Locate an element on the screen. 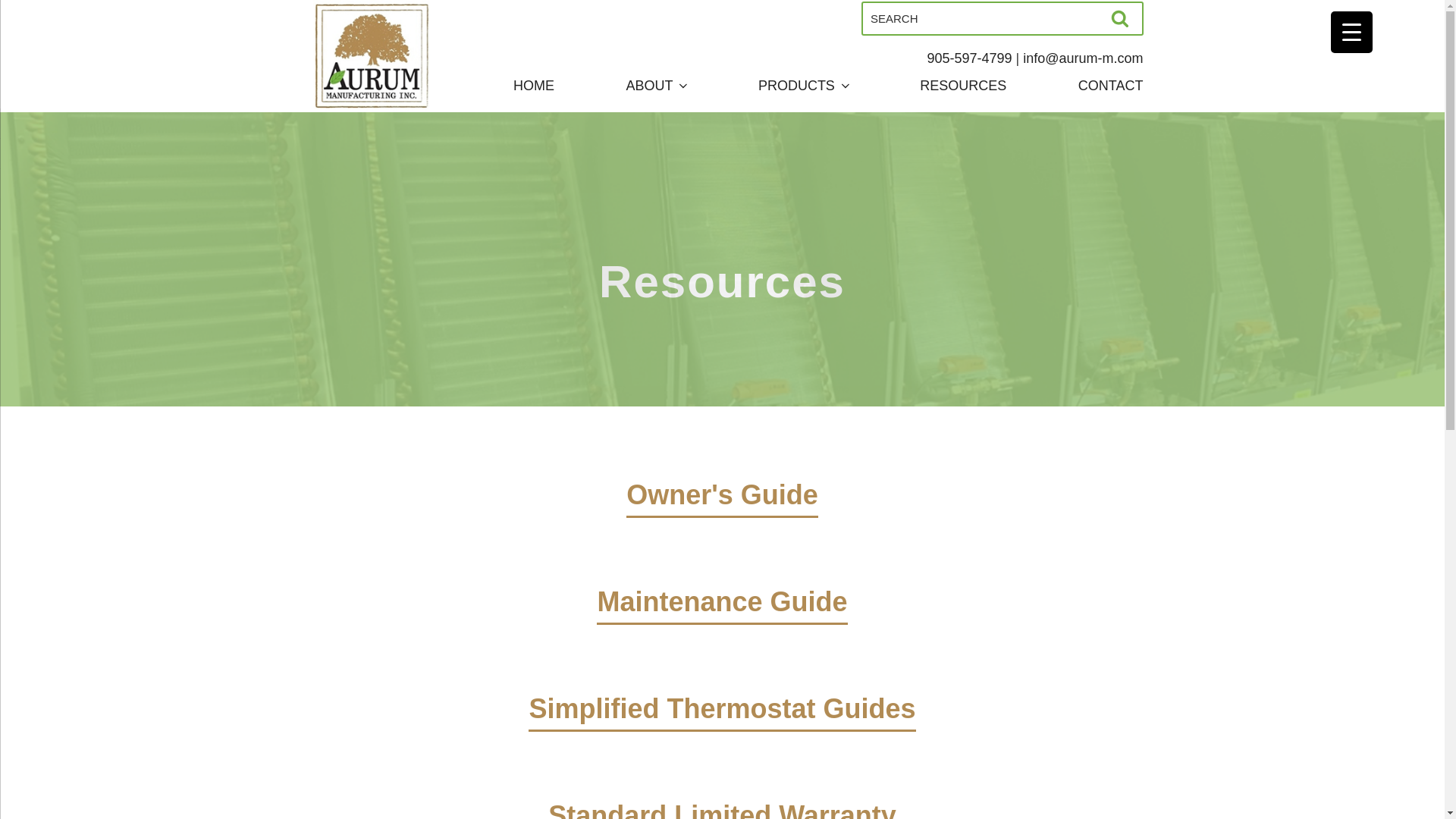  'Maintenance Guide' is located at coordinates (596, 623).